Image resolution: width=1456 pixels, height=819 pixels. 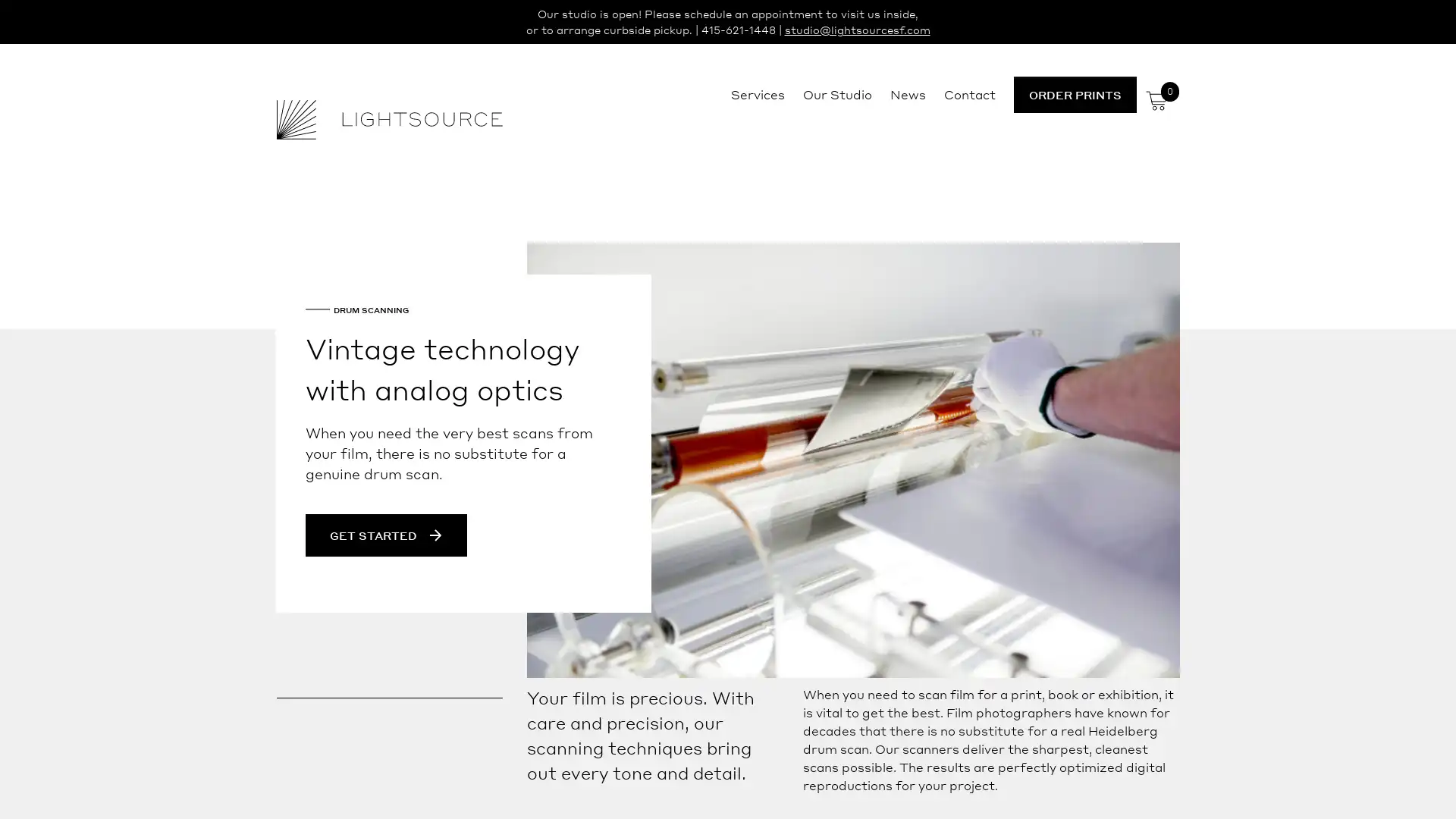 What do you see at coordinates (870, 528) in the screenshot?
I see `Sign up` at bounding box center [870, 528].